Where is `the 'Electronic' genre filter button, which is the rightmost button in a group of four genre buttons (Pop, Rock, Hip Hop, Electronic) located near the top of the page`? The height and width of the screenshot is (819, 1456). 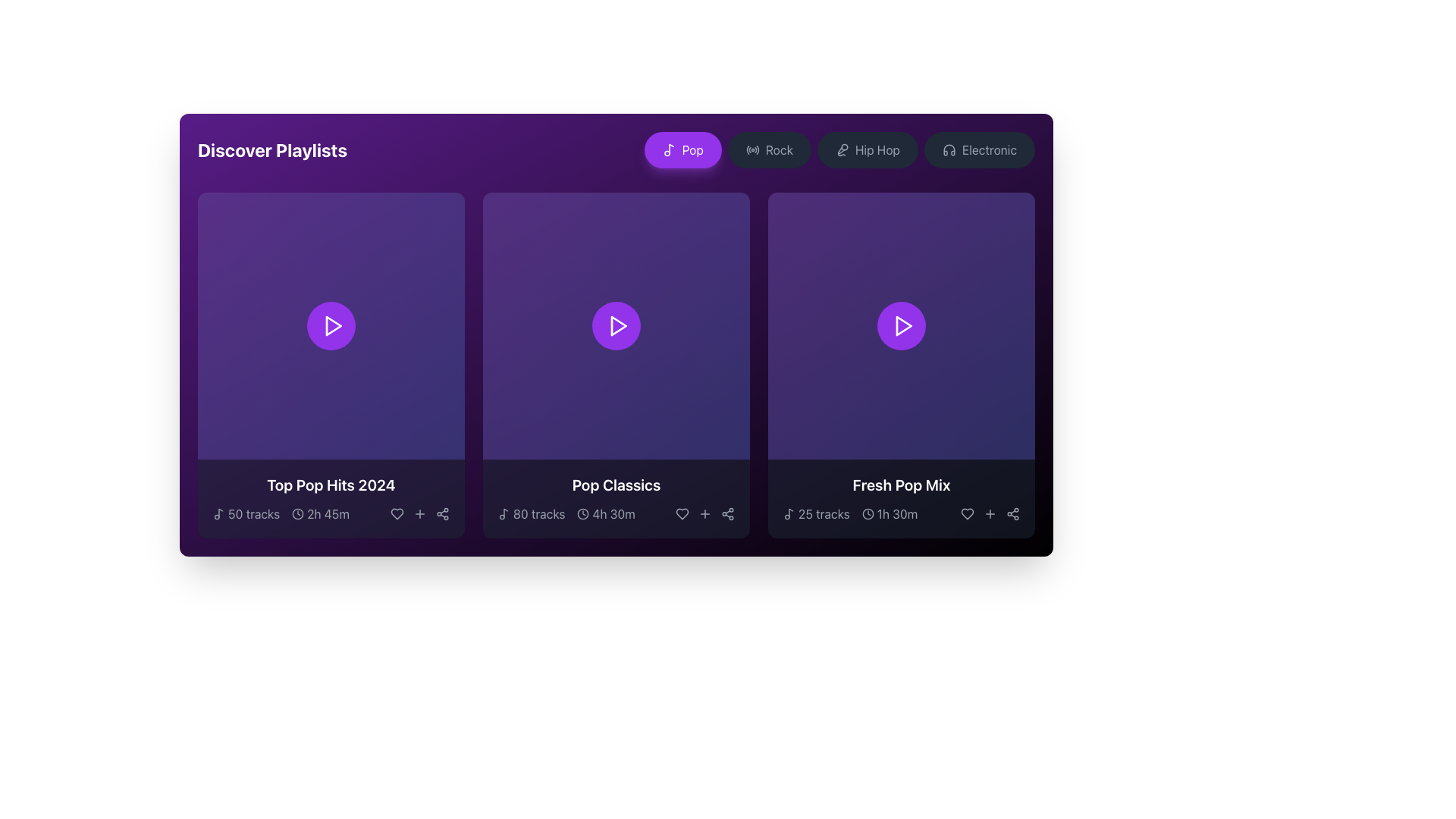 the 'Electronic' genre filter button, which is the rightmost button in a group of four genre buttons (Pop, Rock, Hip Hop, Electronic) located near the top of the page is located at coordinates (979, 149).